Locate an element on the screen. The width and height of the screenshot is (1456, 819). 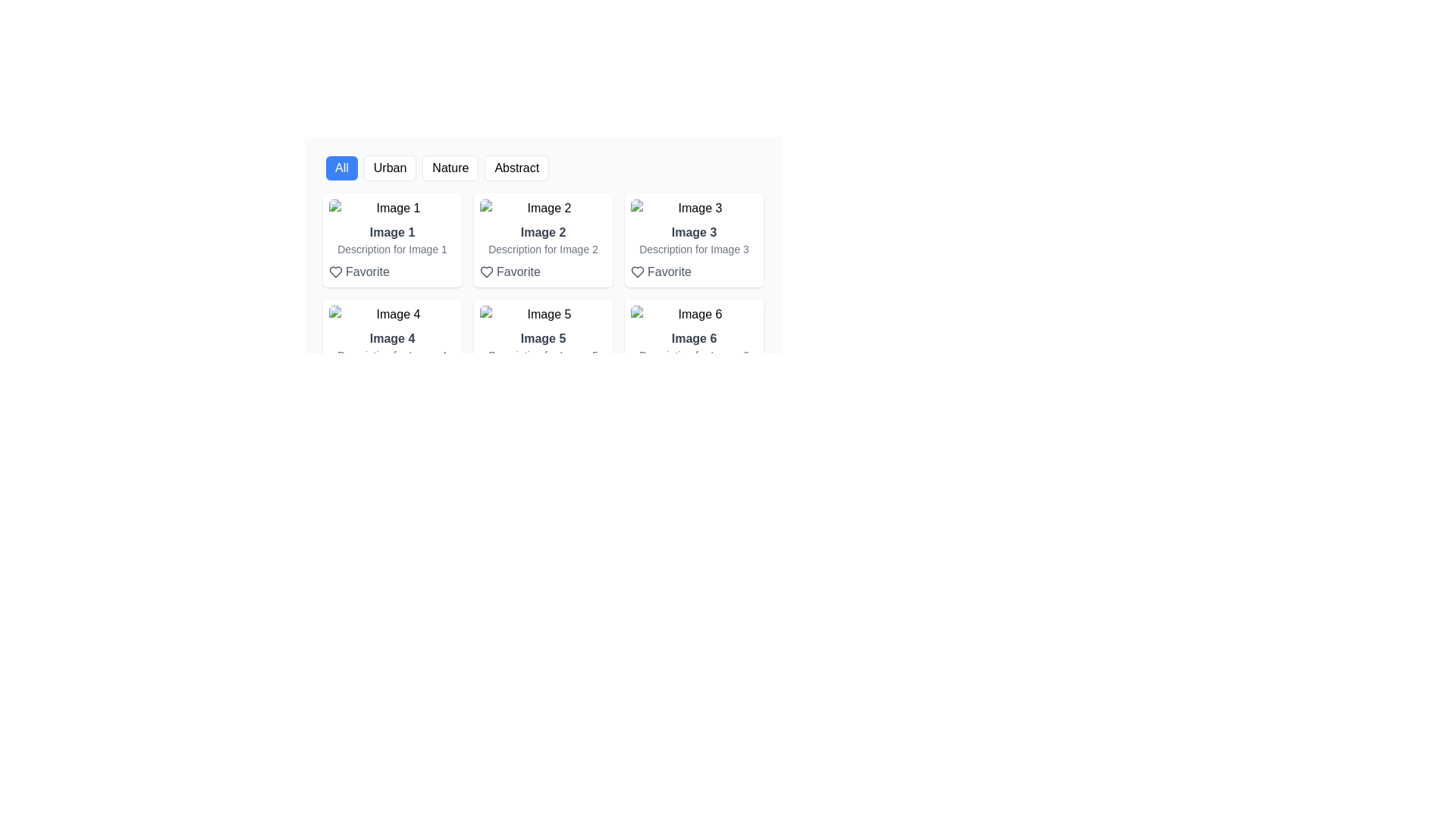
the card component that displays an image with its title and description, and includes an interactive 'Favorite' button, located as the third item in the first row of the grid layout is located at coordinates (693, 239).